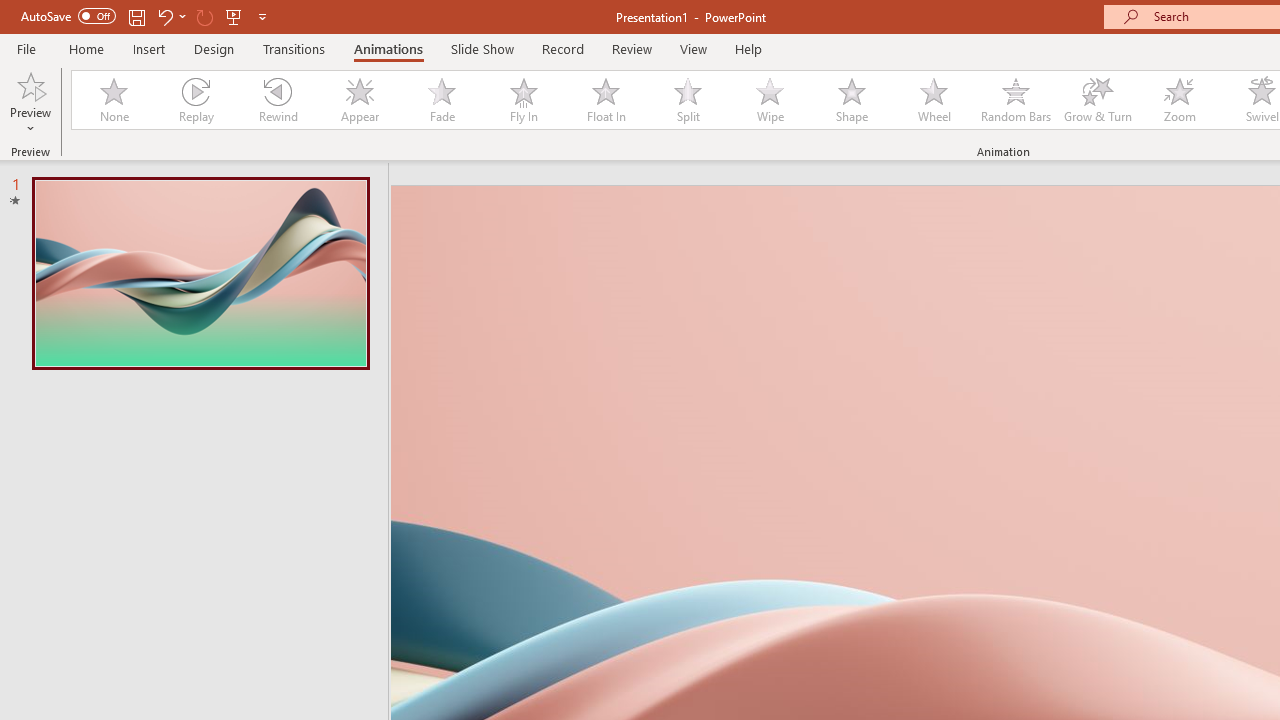 The width and height of the screenshot is (1280, 720). What do you see at coordinates (1016, 100) in the screenshot?
I see `'Random Bars'` at bounding box center [1016, 100].